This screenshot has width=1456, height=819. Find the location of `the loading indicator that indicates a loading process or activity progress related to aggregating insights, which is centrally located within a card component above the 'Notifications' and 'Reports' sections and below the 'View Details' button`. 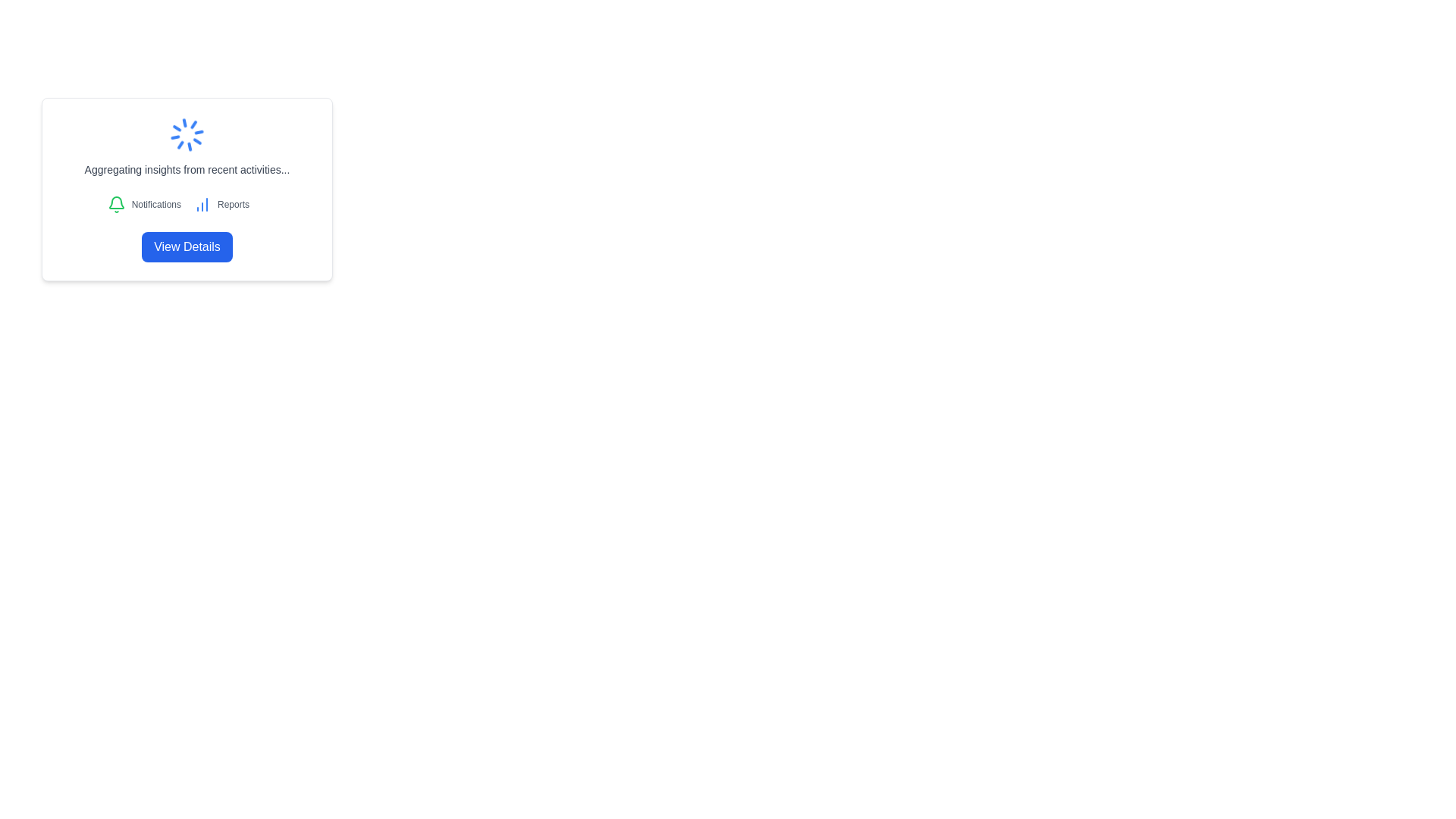

the loading indicator that indicates a loading process or activity progress related to aggregating insights, which is centrally located within a card component above the 'Notifications' and 'Reports' sections and below the 'View Details' button is located at coordinates (186, 146).